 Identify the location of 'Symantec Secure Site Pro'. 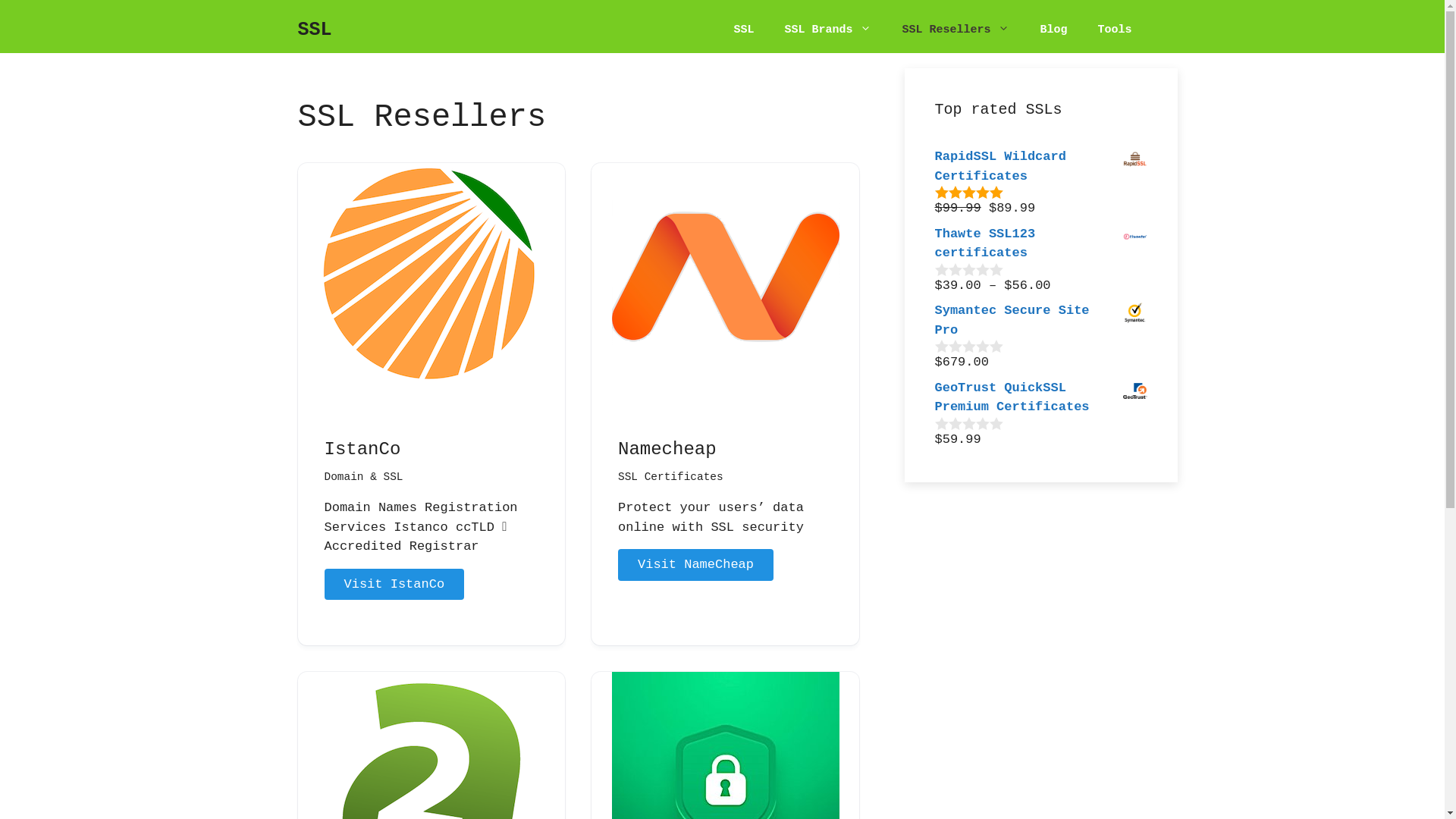
(1040, 319).